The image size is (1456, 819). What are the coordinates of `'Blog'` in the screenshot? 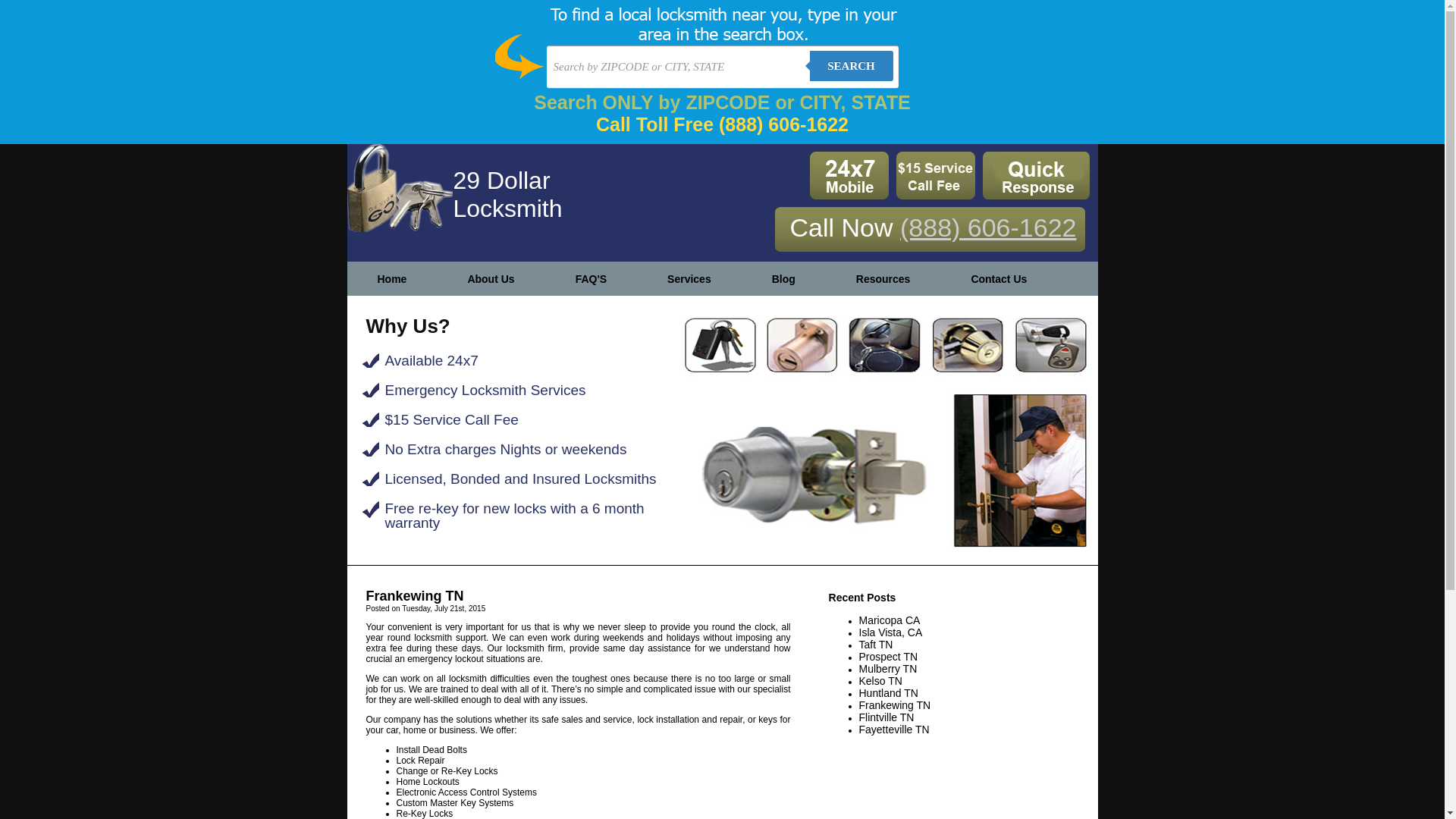 It's located at (783, 278).